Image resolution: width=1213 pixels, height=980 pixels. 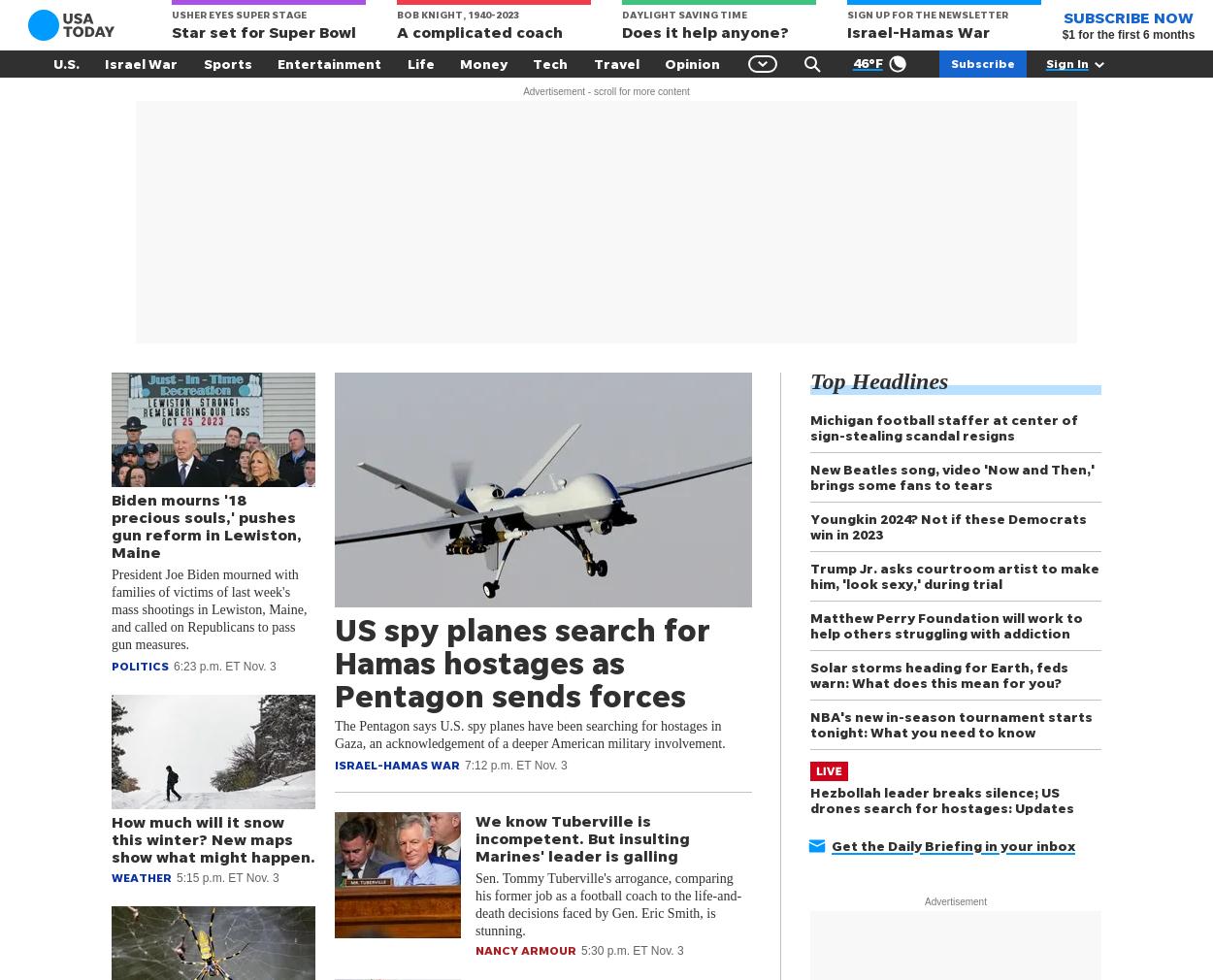 What do you see at coordinates (533, 62) in the screenshot?
I see `'Tech'` at bounding box center [533, 62].